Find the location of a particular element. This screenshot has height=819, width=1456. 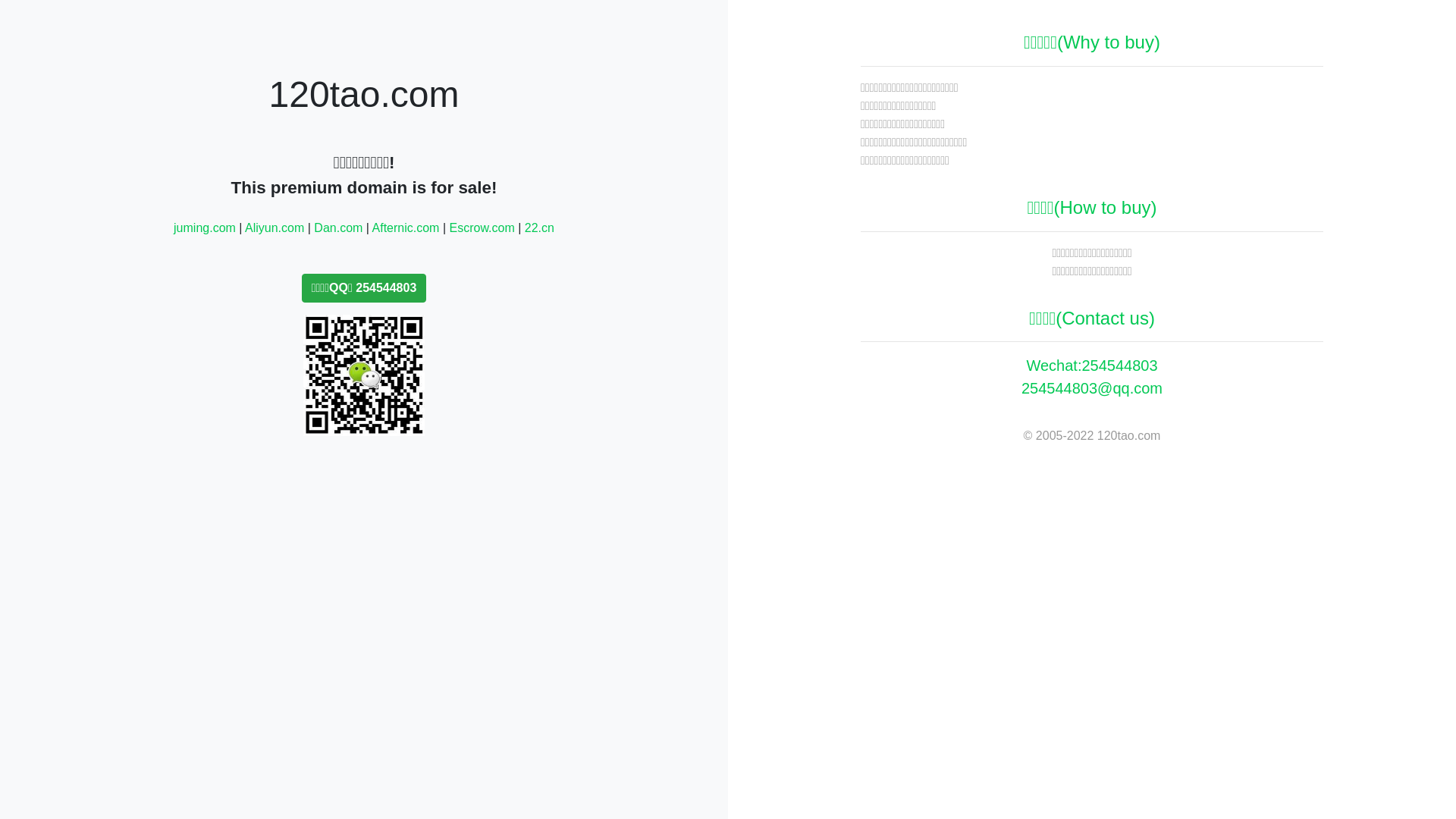

'254544803@qq.com' is located at coordinates (1092, 388).